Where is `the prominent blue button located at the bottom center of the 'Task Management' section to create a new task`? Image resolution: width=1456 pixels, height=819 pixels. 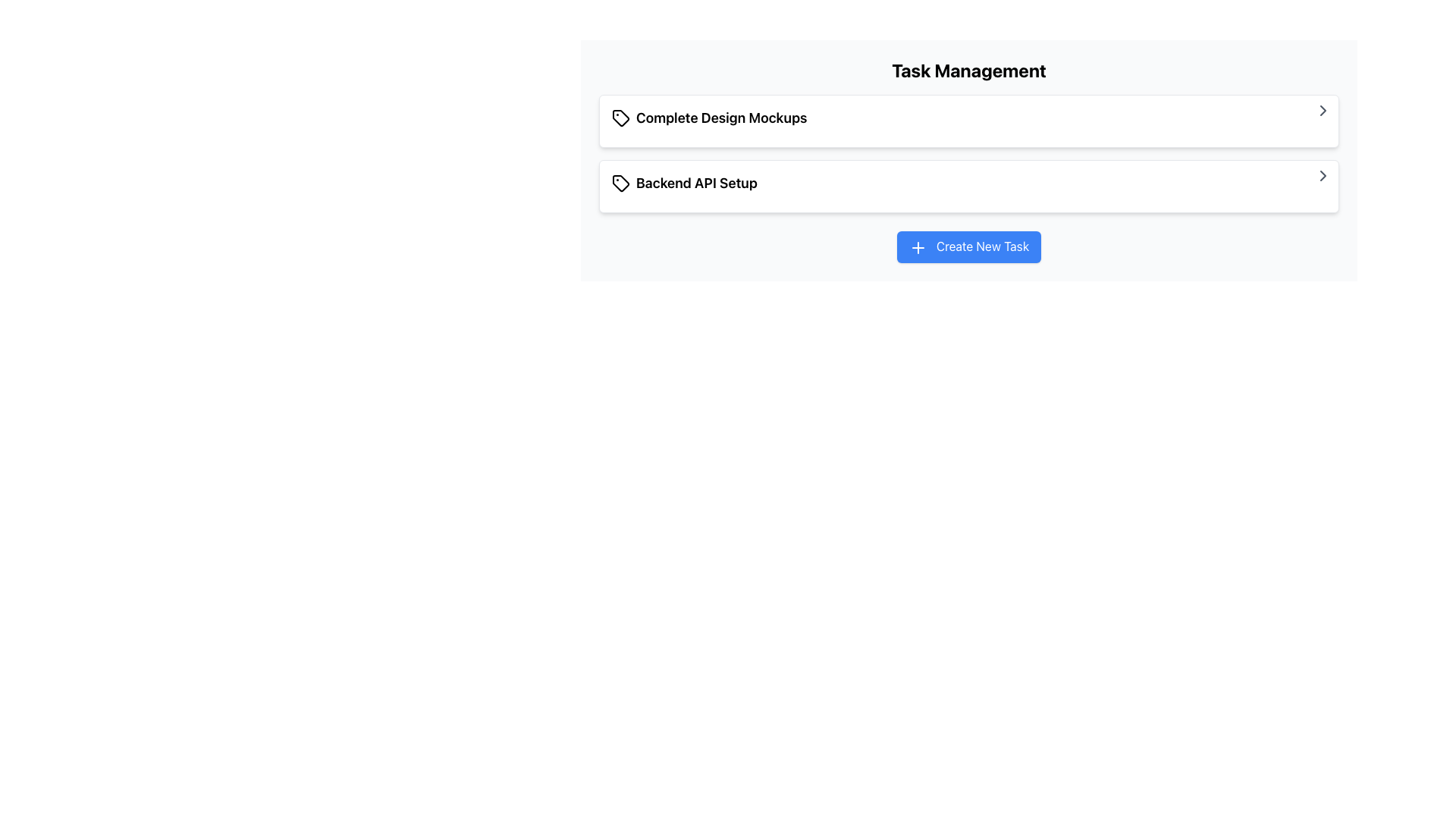 the prominent blue button located at the bottom center of the 'Task Management' section to create a new task is located at coordinates (968, 246).